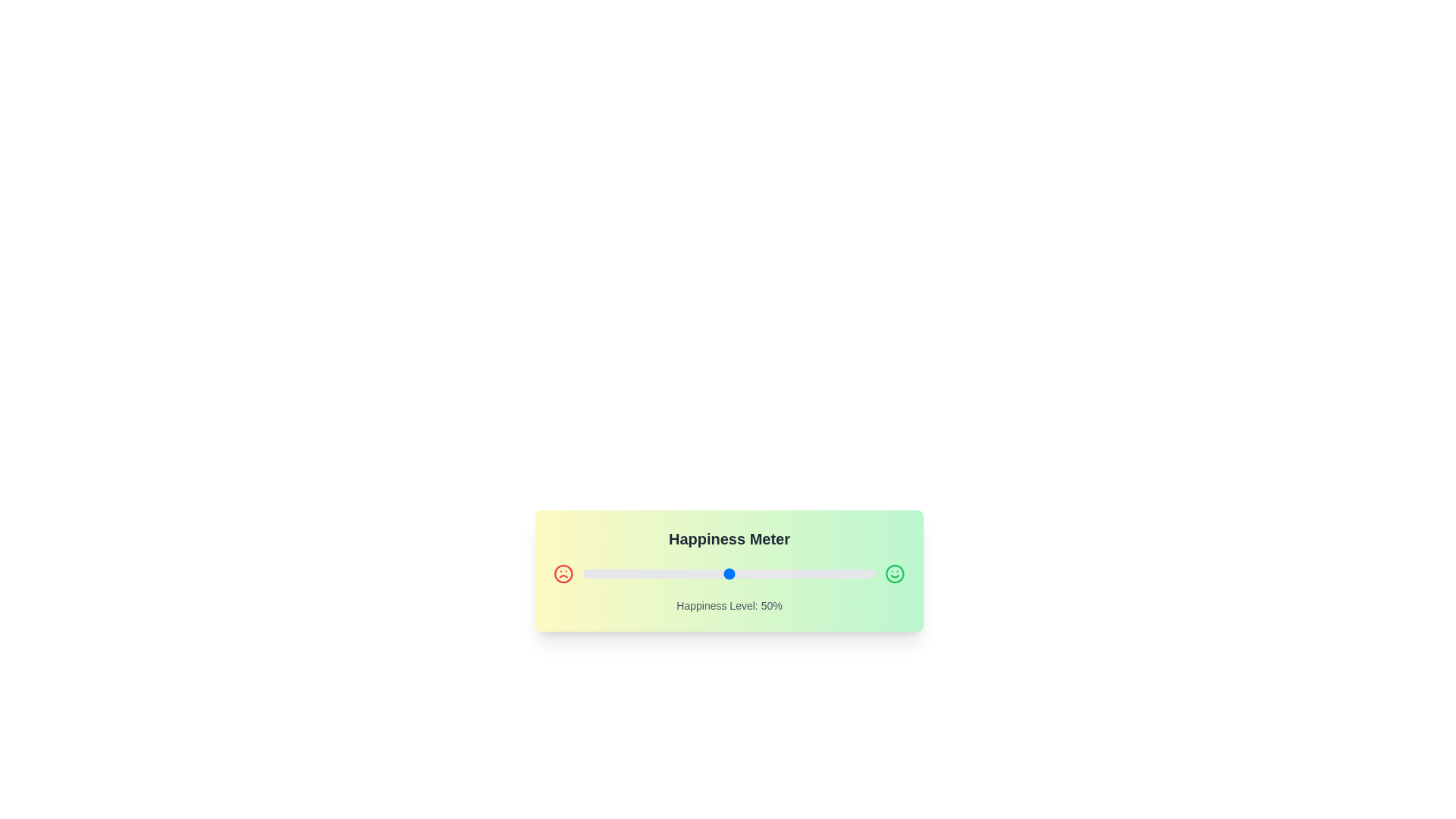 The width and height of the screenshot is (1456, 819). I want to click on the slider to set the happiness level to 77%, so click(808, 573).